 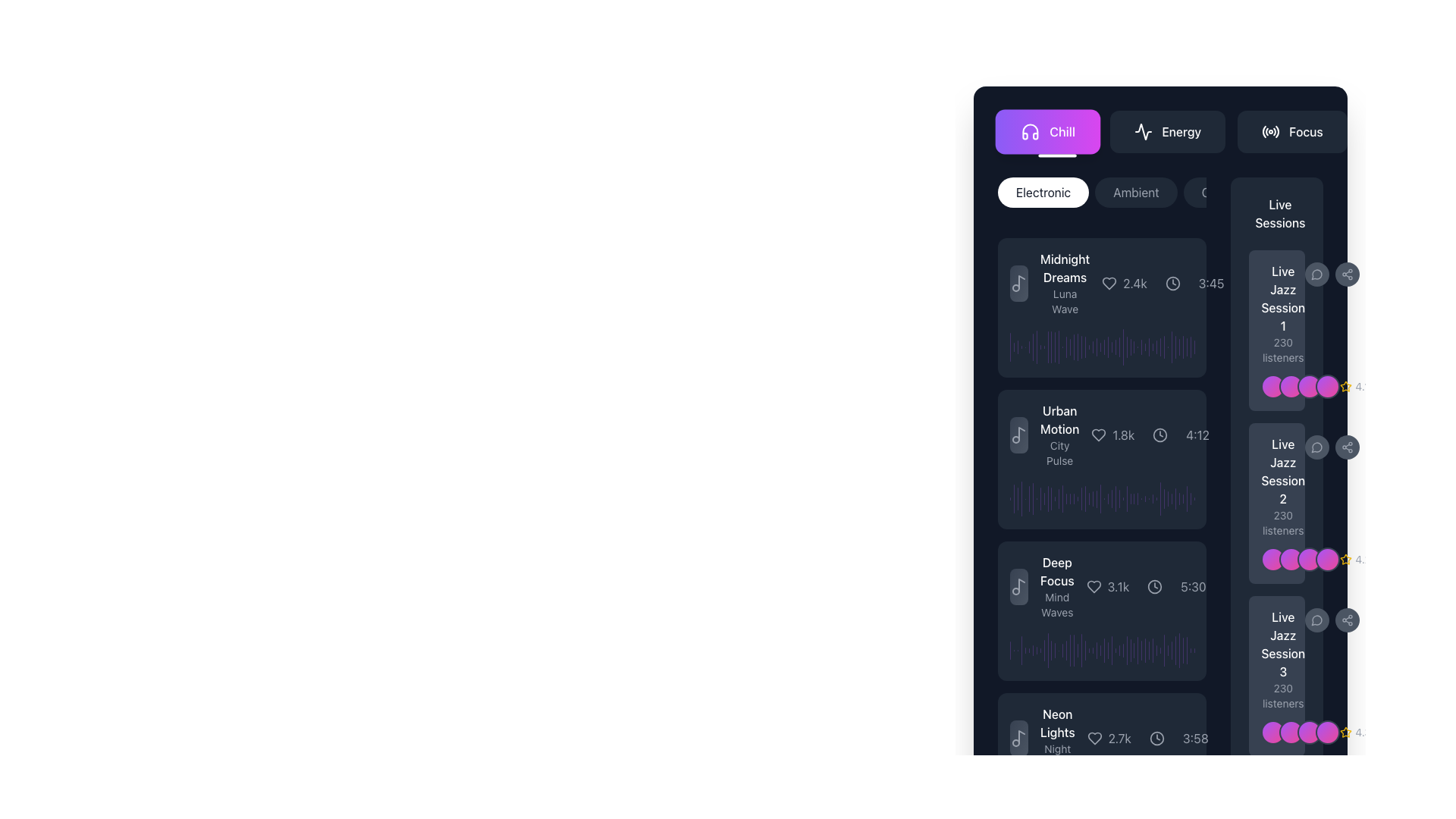 I want to click on text label displaying the count of likes or followers for the second music track in the list, located to the right of the heart icon, so click(x=1123, y=435).